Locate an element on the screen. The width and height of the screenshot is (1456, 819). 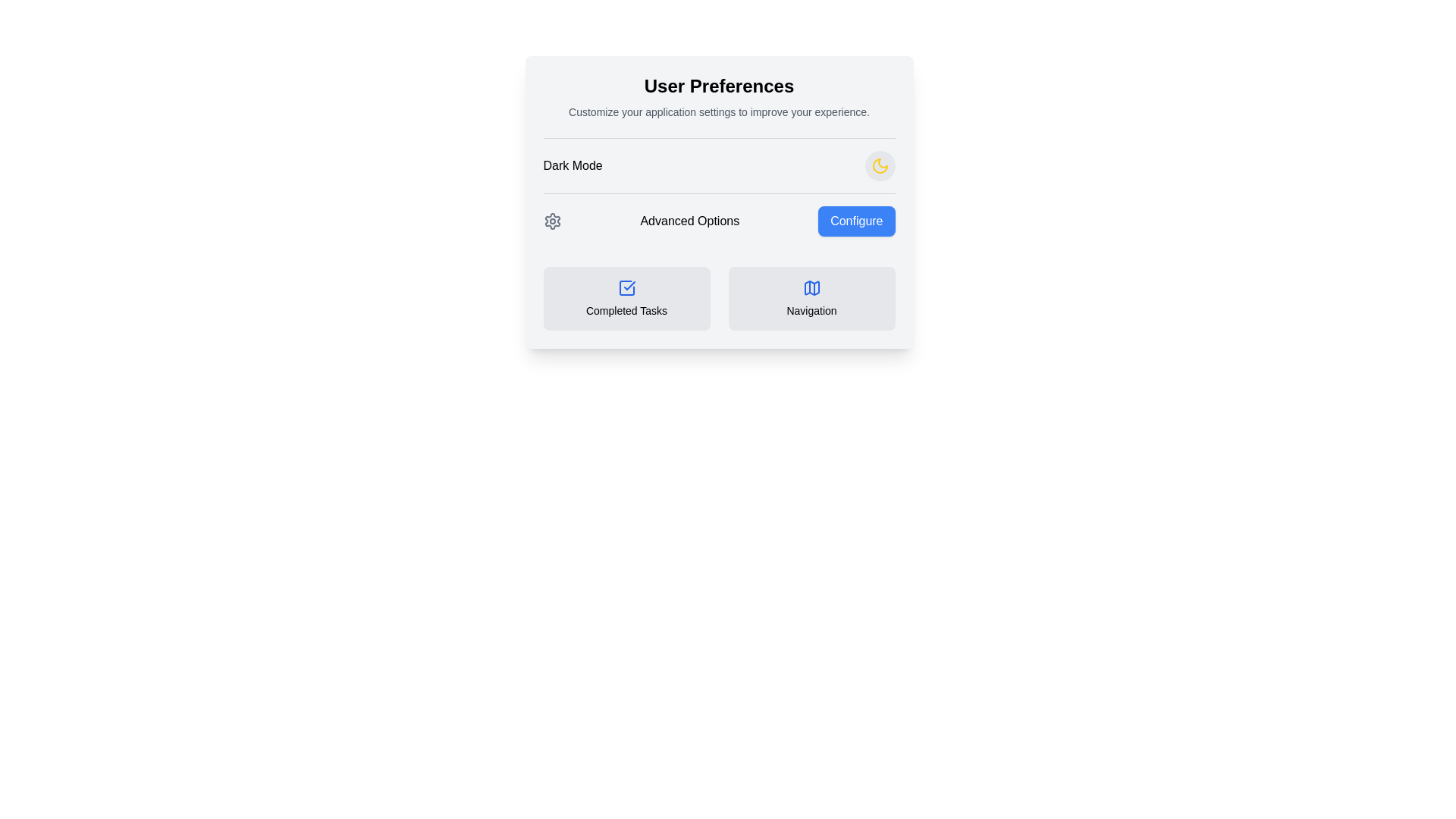
the icon representing completed tasks located centrally within the 'Completed Tasks' card in the 'User Preferences' panel is located at coordinates (626, 288).